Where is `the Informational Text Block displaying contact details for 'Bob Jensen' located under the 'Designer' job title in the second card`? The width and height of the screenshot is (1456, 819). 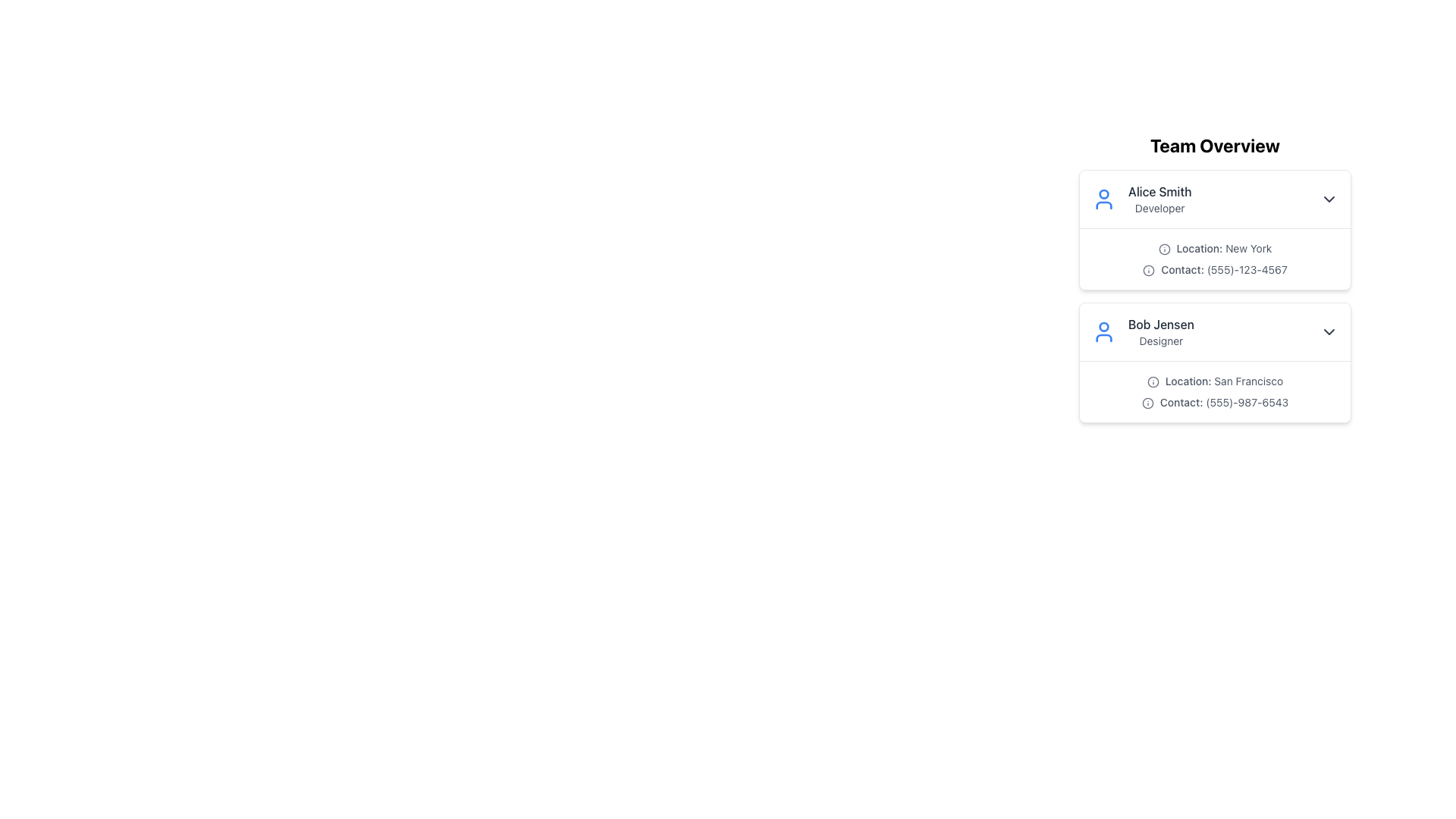
the Informational Text Block displaying contact details for 'Bob Jensen' located under the 'Designer' job title in the second card is located at coordinates (1215, 391).